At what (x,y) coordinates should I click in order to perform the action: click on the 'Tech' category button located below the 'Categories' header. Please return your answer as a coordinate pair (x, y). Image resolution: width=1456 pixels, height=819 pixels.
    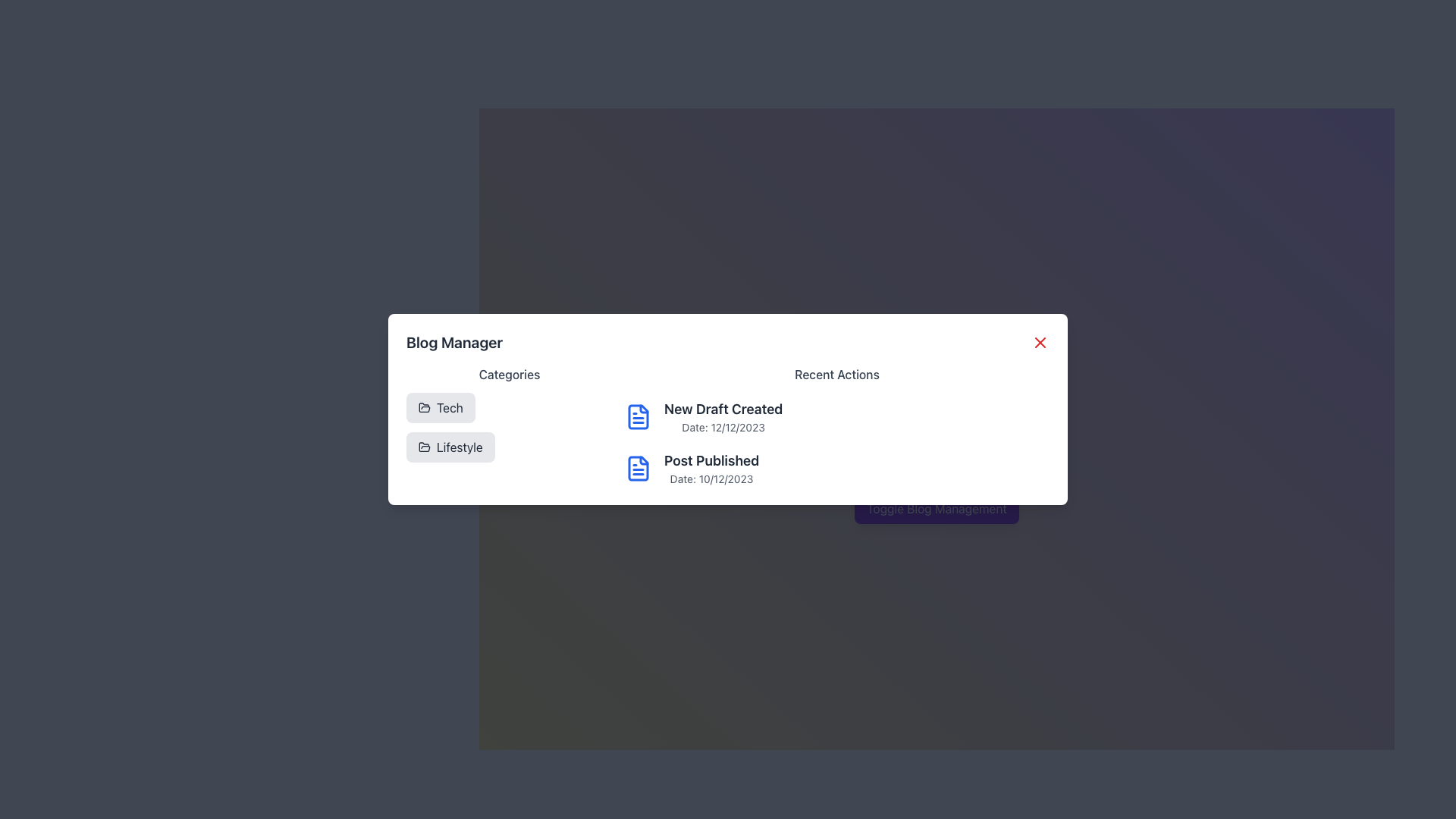
    Looking at the image, I should click on (440, 406).